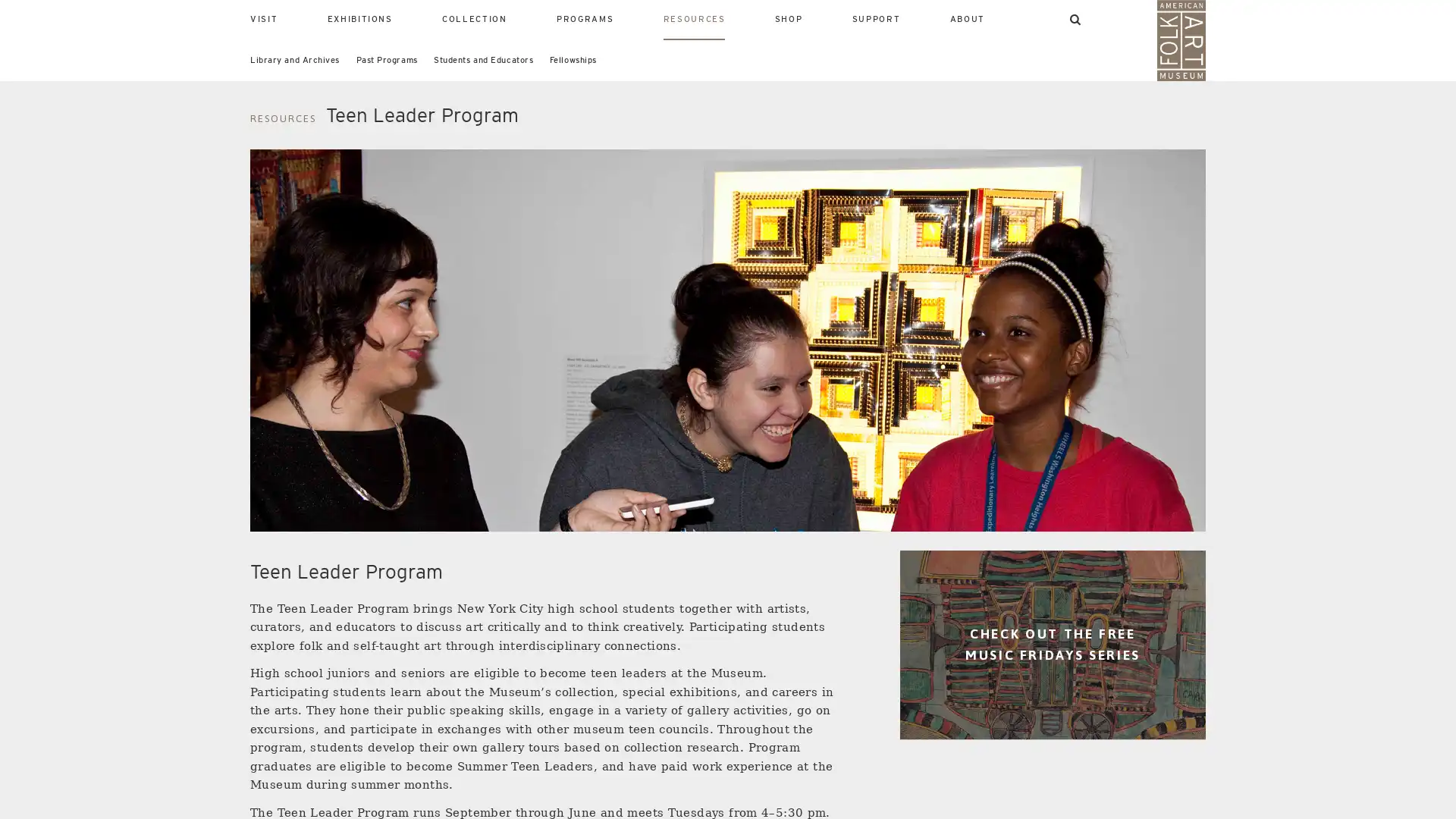 This screenshot has height=819, width=1456. What do you see at coordinates (1166, 111) in the screenshot?
I see `SEARCH` at bounding box center [1166, 111].